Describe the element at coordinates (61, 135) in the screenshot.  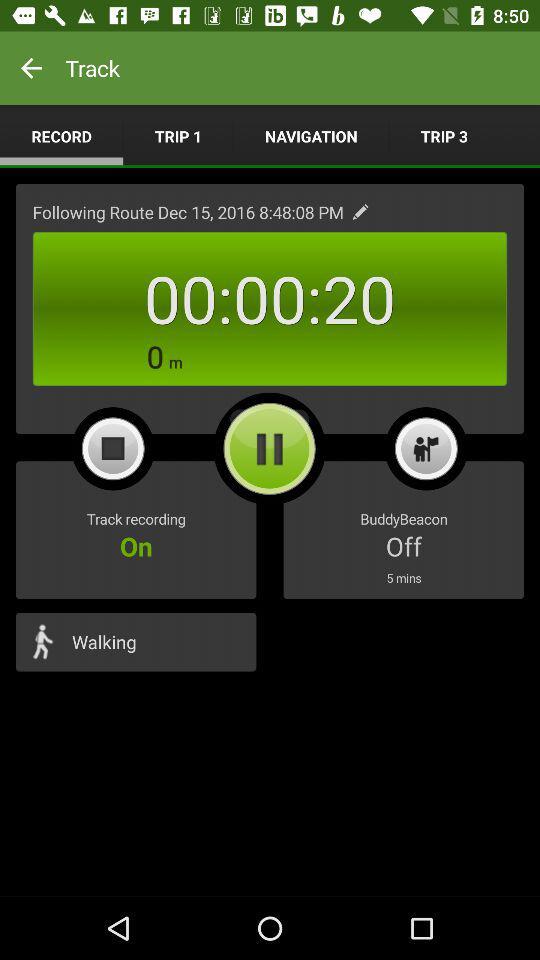
I see `the item next to the trip 1` at that location.